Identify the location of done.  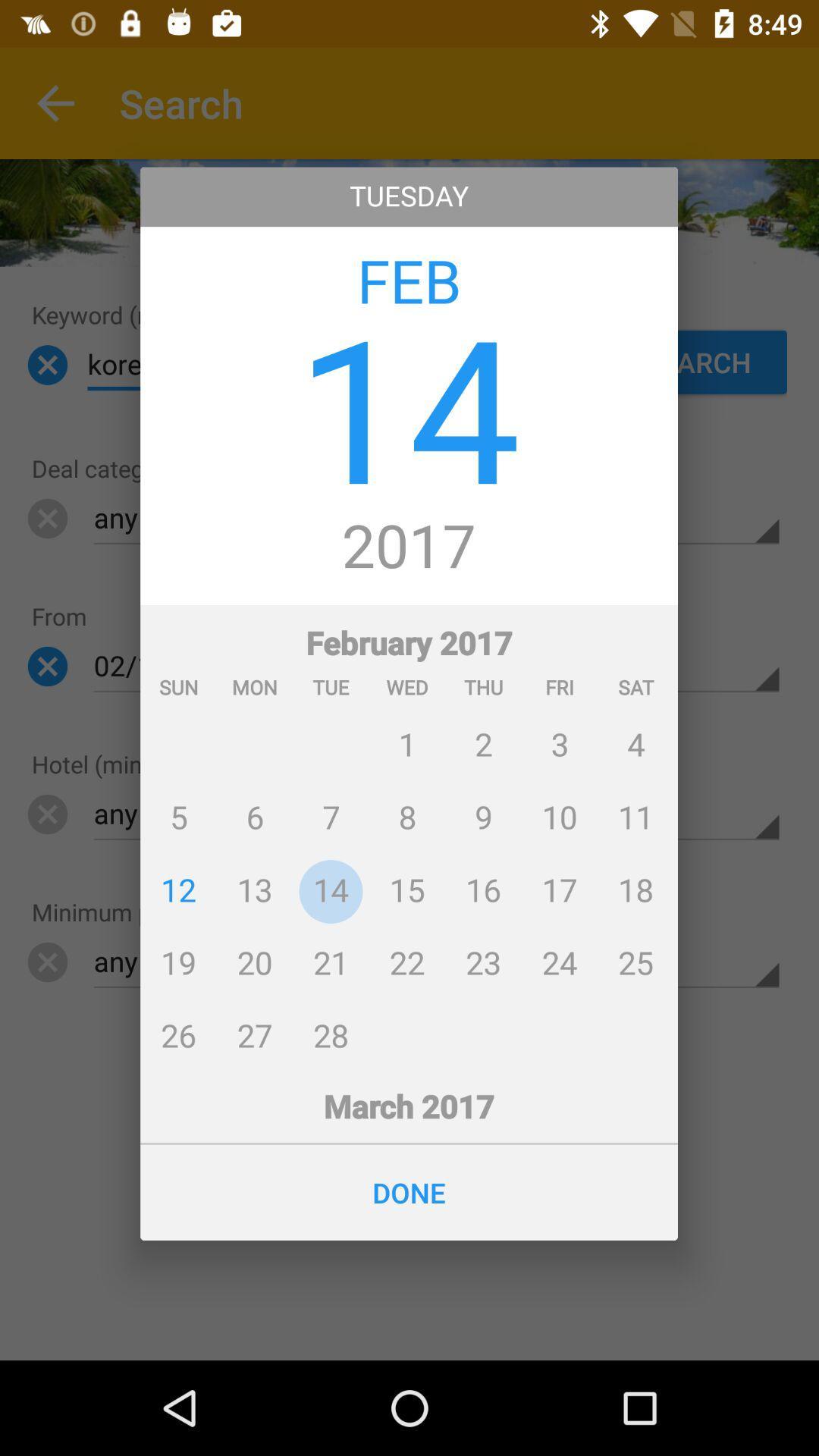
(408, 1191).